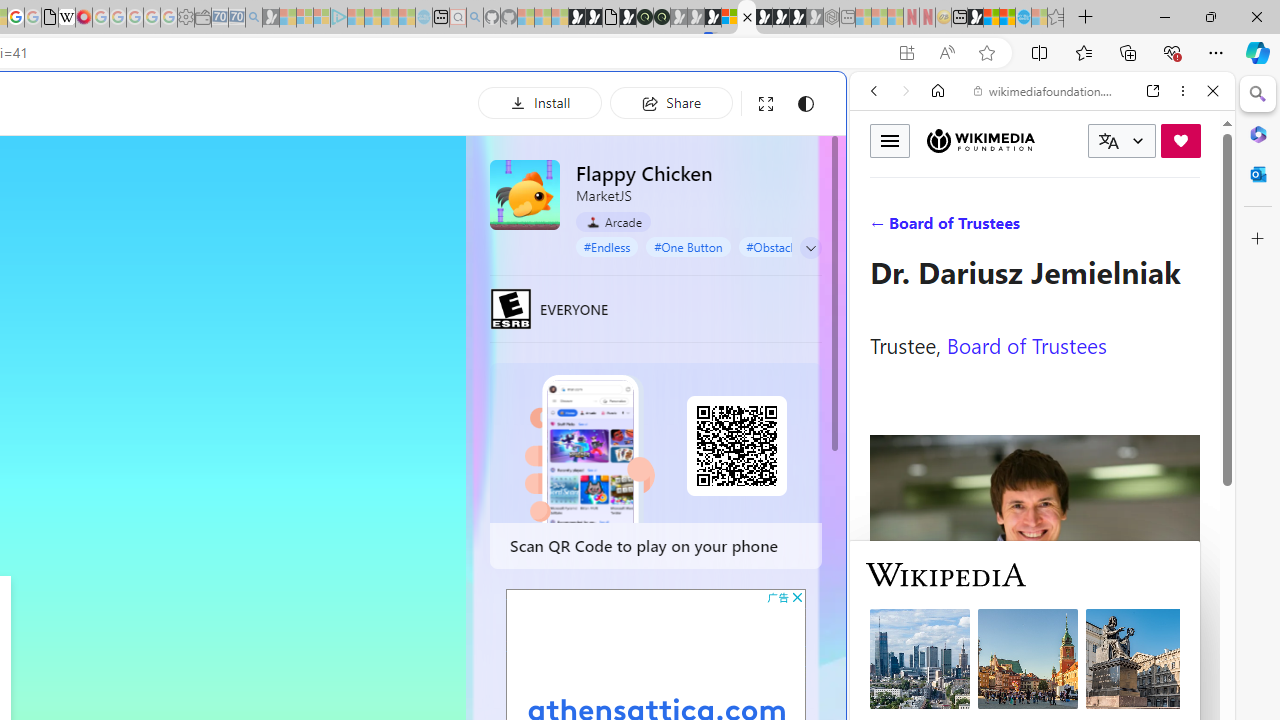 The image size is (1280, 720). What do you see at coordinates (981, 139) in the screenshot?
I see `'Wikimedia Foundation'` at bounding box center [981, 139].